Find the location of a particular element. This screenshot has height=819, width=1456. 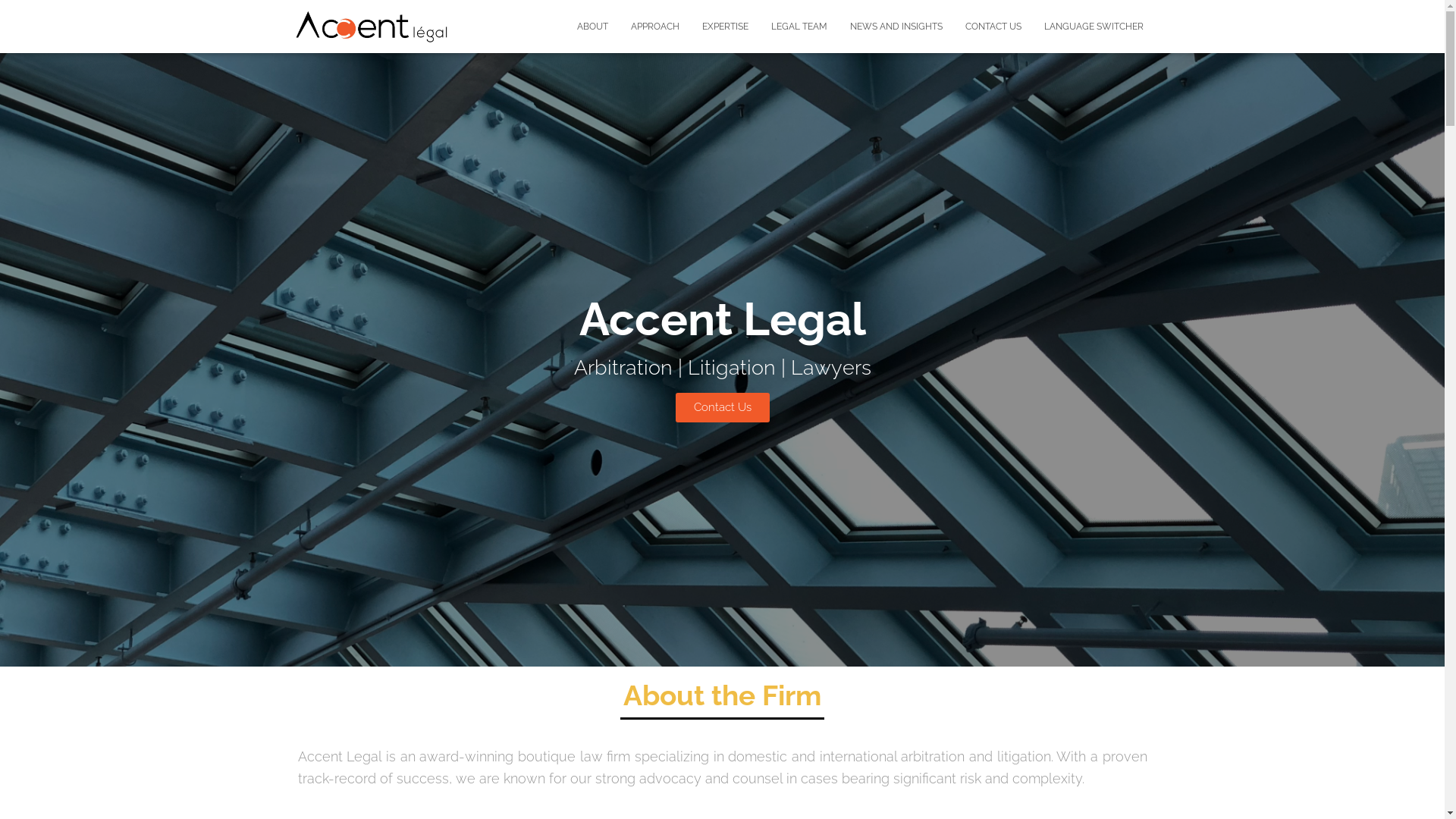

'LANGUAGE SWITCHER' is located at coordinates (1094, 26).